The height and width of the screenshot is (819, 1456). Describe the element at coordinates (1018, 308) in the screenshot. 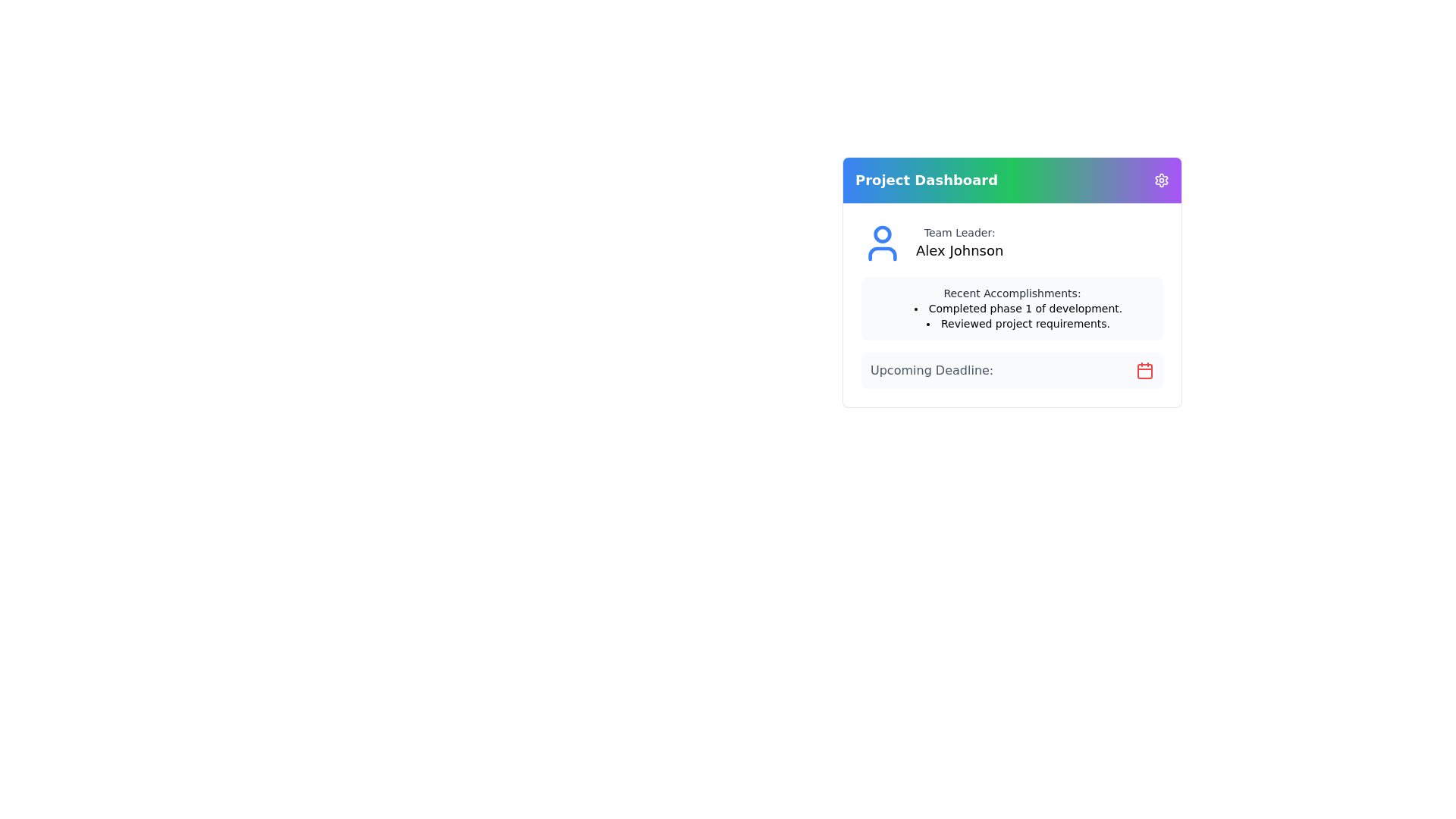

I see `the text block displaying 'Completed phase 1 of development.' which is the first item in a bulleted list under 'Recent Accomplishments.'` at that location.